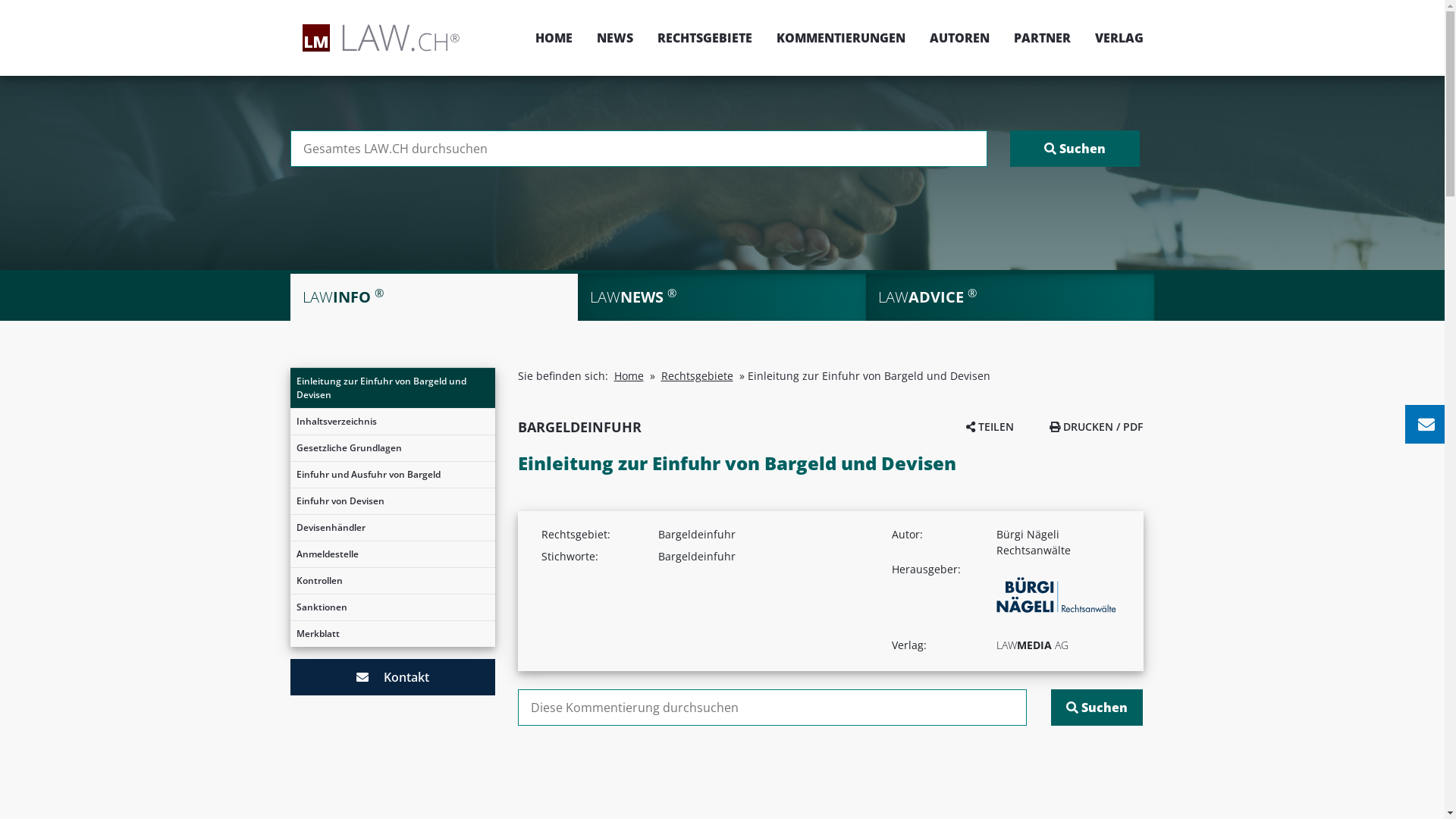 The image size is (1456, 819). Describe the element at coordinates (290, 473) in the screenshot. I see `'Einfuhr und Ausfuhr von Bargeld'` at that location.